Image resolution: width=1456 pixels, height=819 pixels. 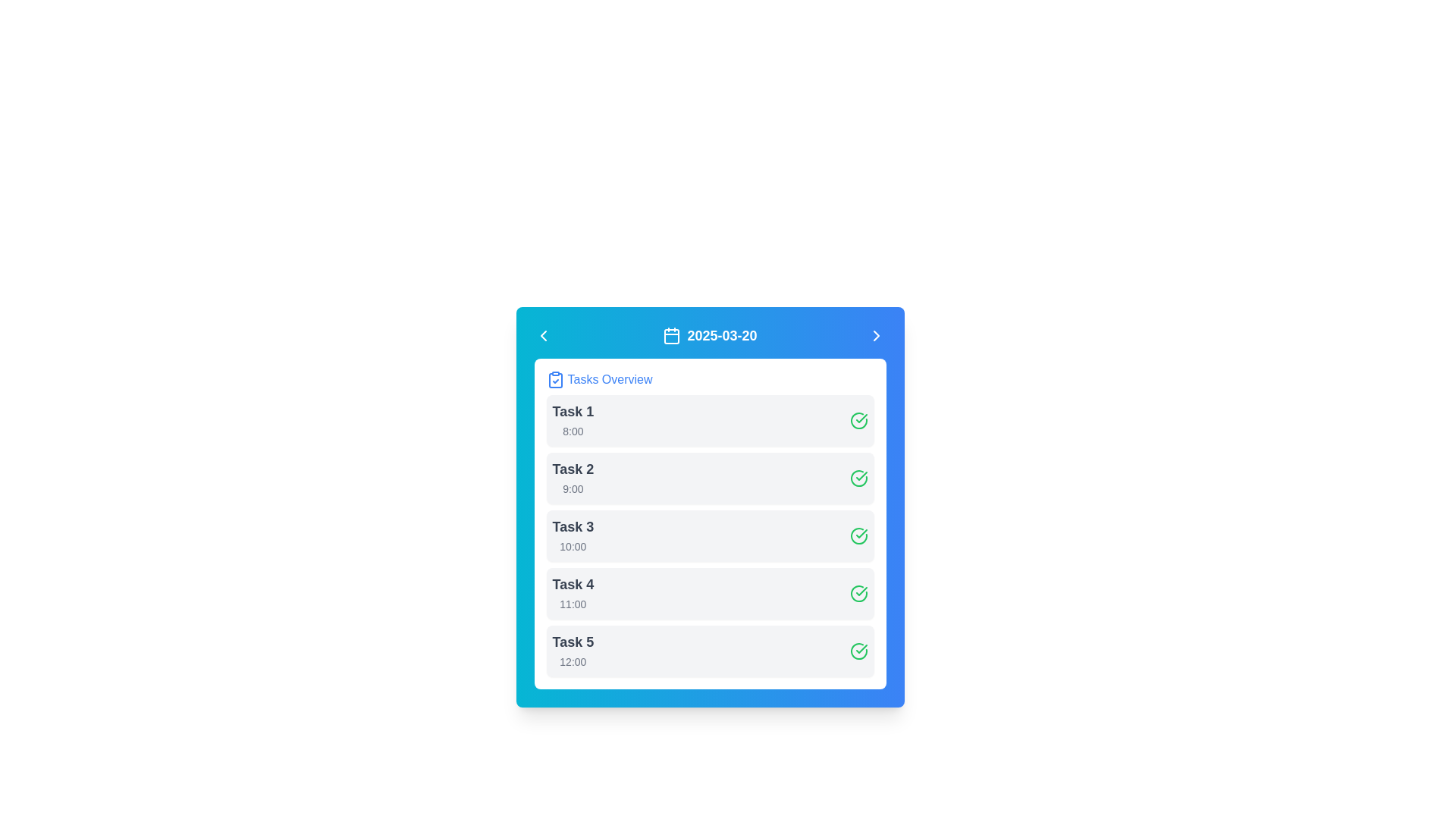 What do you see at coordinates (572, 584) in the screenshot?
I see `the static text label displaying 'Task 4', which is in bold, large font and located in the fourth row of the task list` at bounding box center [572, 584].